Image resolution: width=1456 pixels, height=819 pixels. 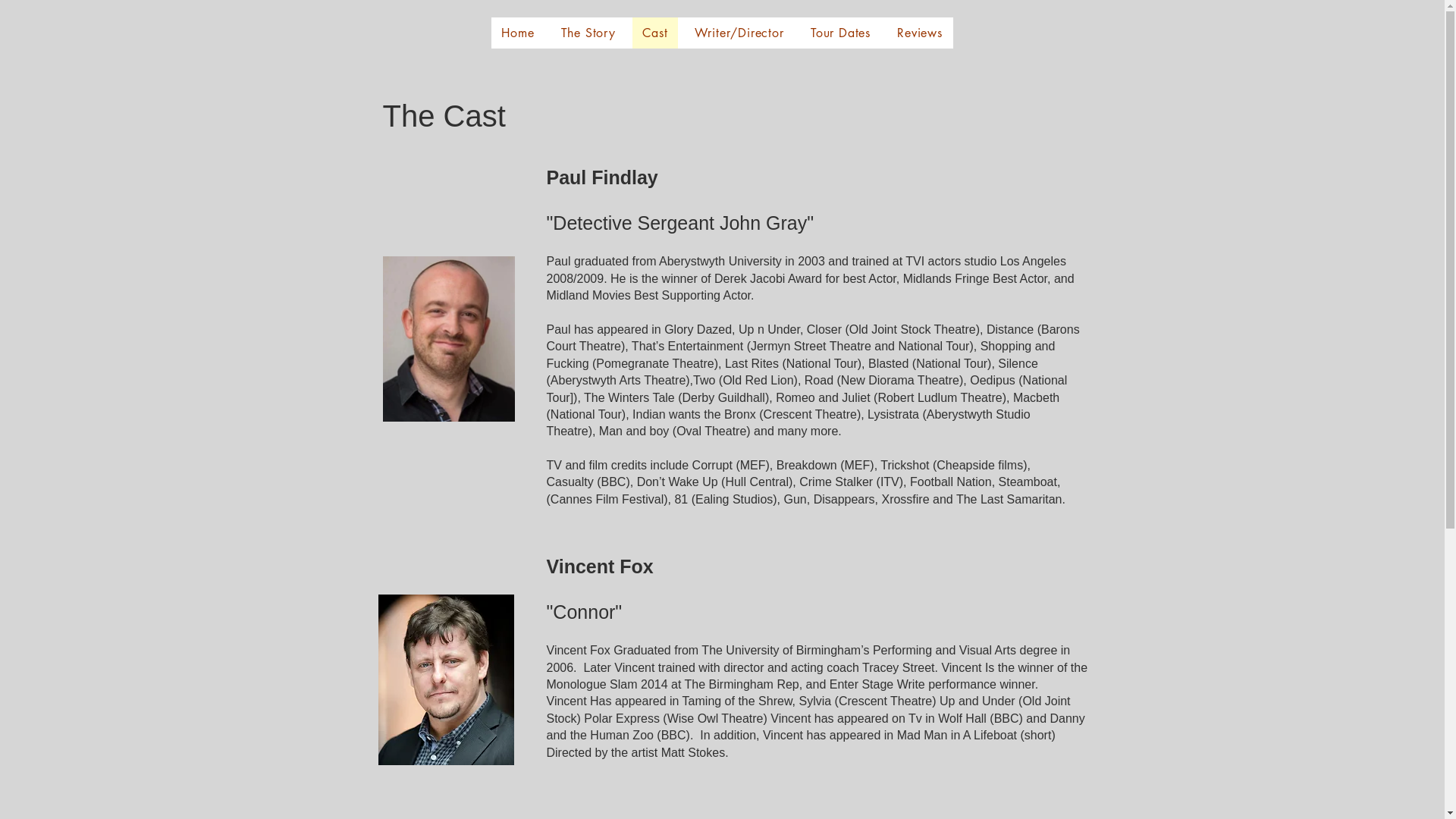 I want to click on 'Home', so click(x=518, y=33).